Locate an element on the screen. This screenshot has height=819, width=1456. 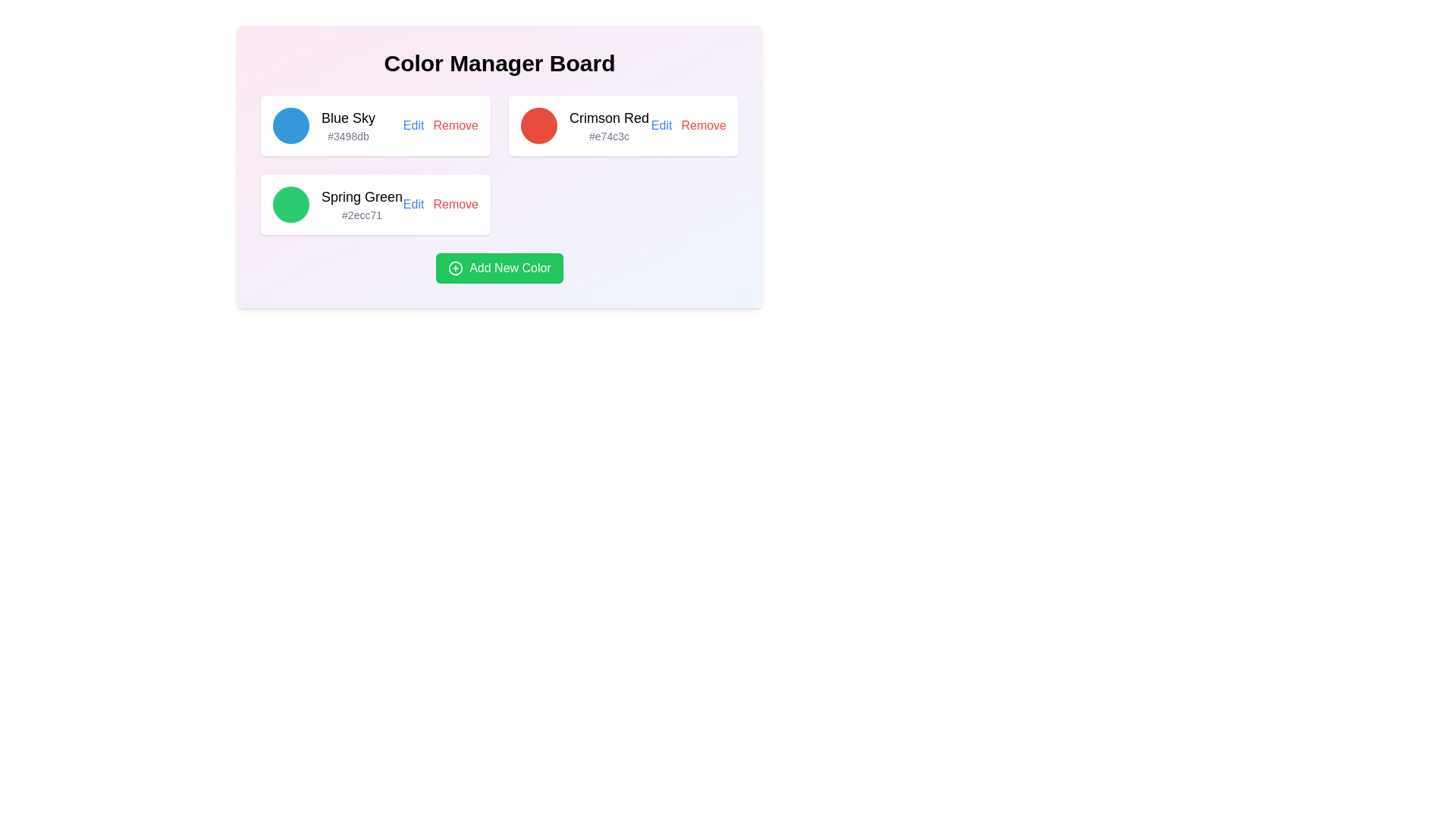
the circular graphic icon styled as an outline that resembles a plus symbol within a circle, which is part of the 'Add New Color' button is located at coordinates (455, 268).